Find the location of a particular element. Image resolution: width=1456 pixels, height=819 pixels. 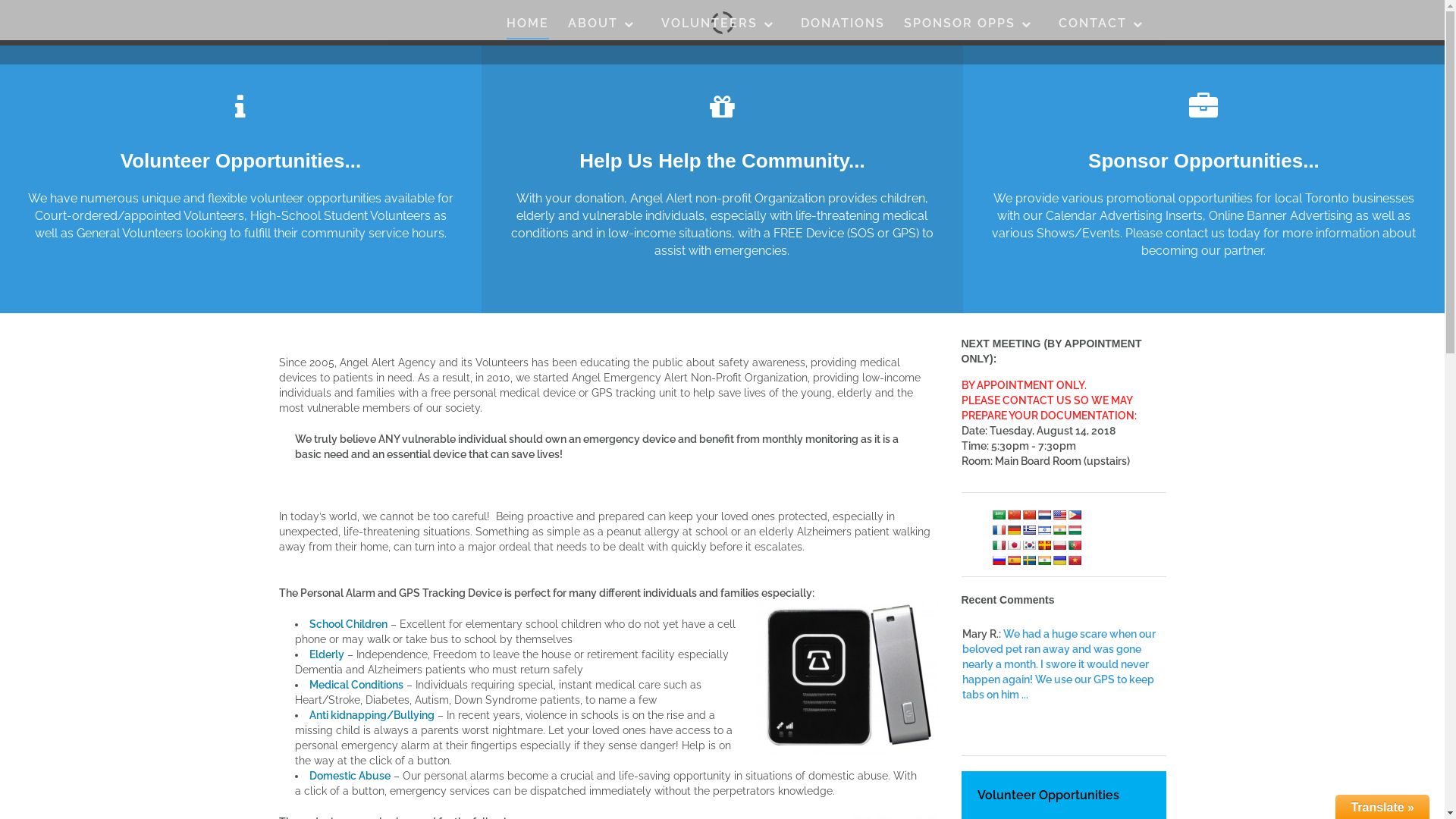

'Tamil' is located at coordinates (1043, 559).